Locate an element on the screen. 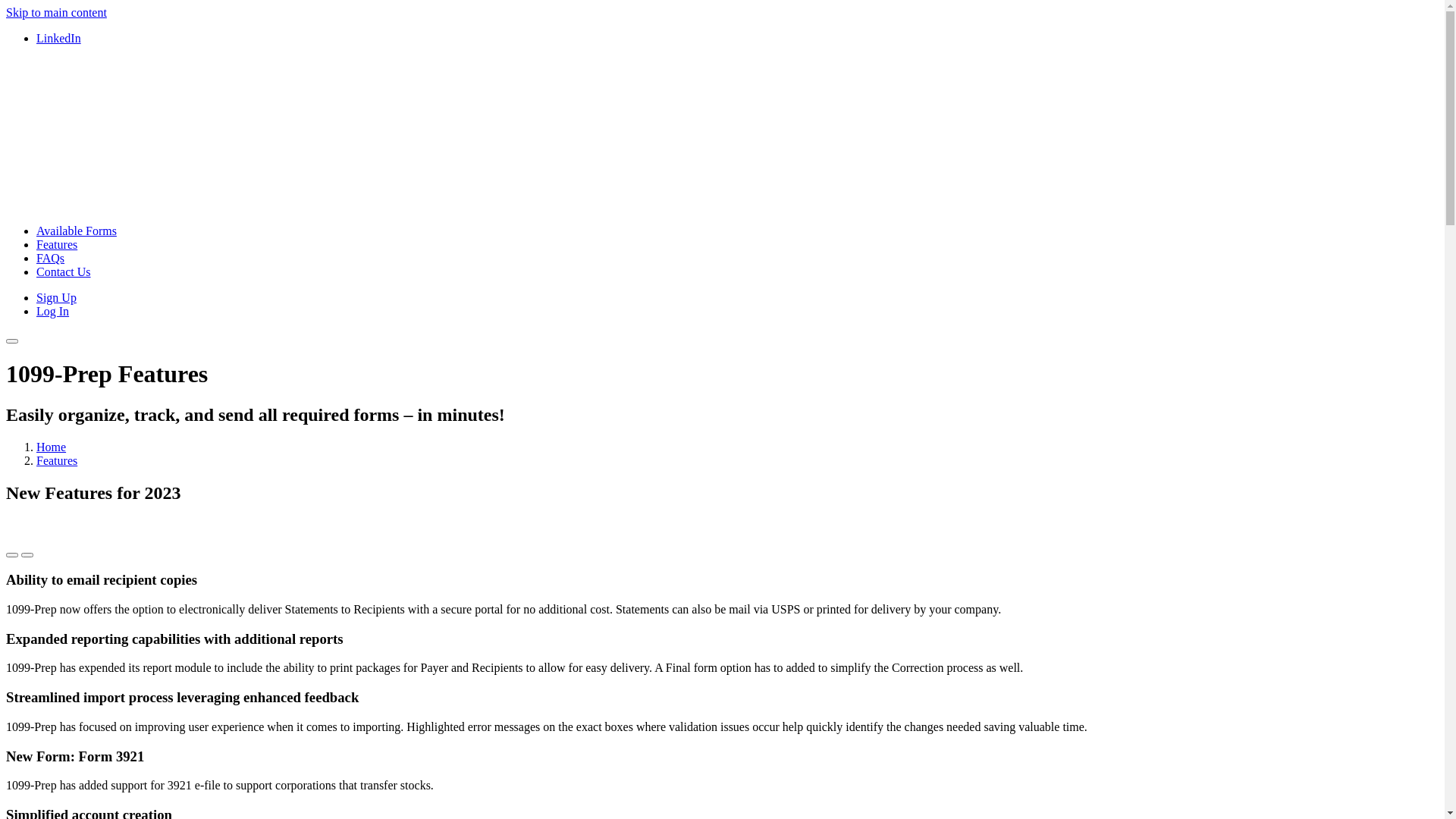 This screenshot has width=1456, height=819. 'LinkedIn' is located at coordinates (58, 37).